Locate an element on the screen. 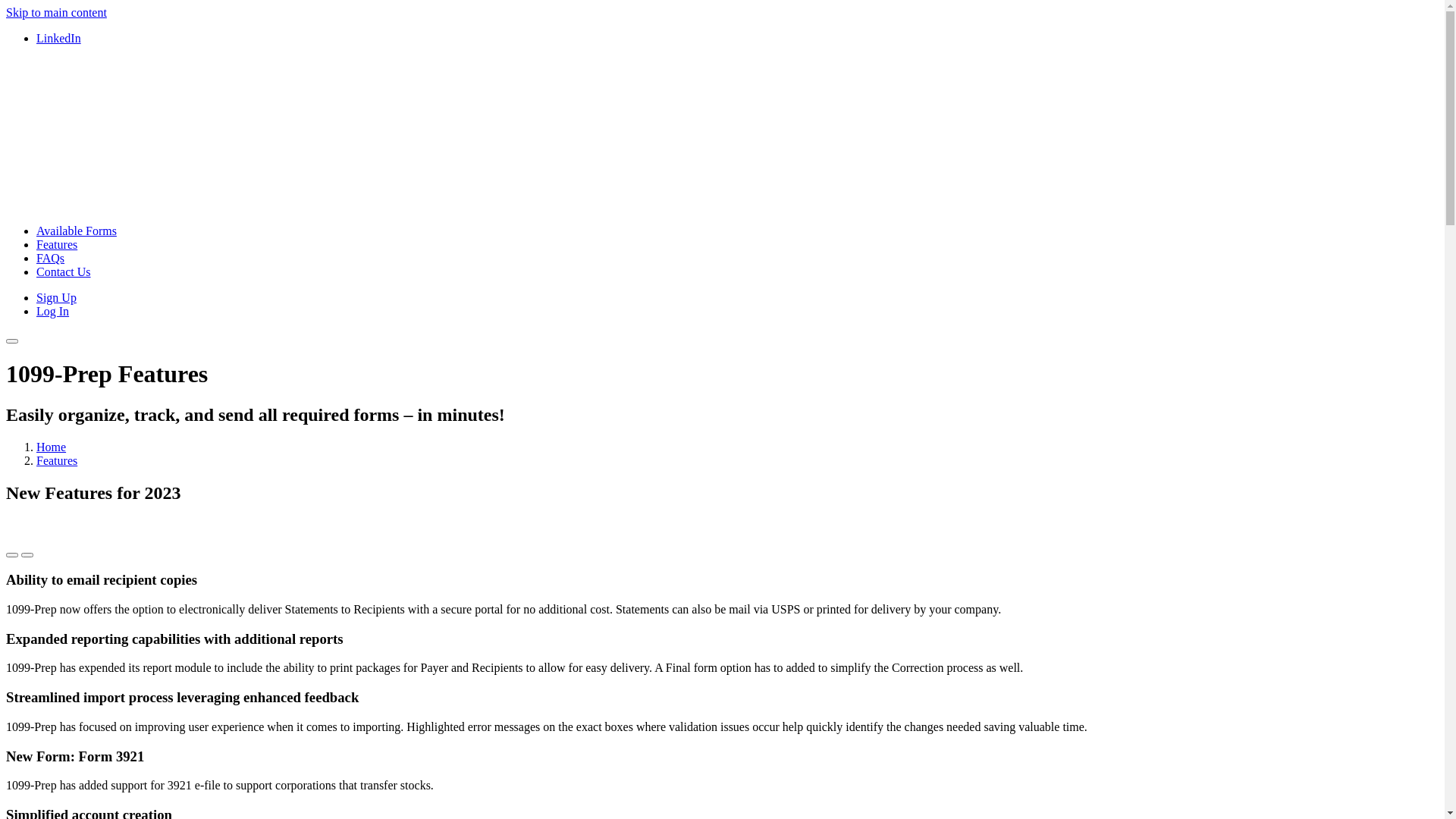 This screenshot has width=1456, height=819. 'LinkedIn' is located at coordinates (58, 37).